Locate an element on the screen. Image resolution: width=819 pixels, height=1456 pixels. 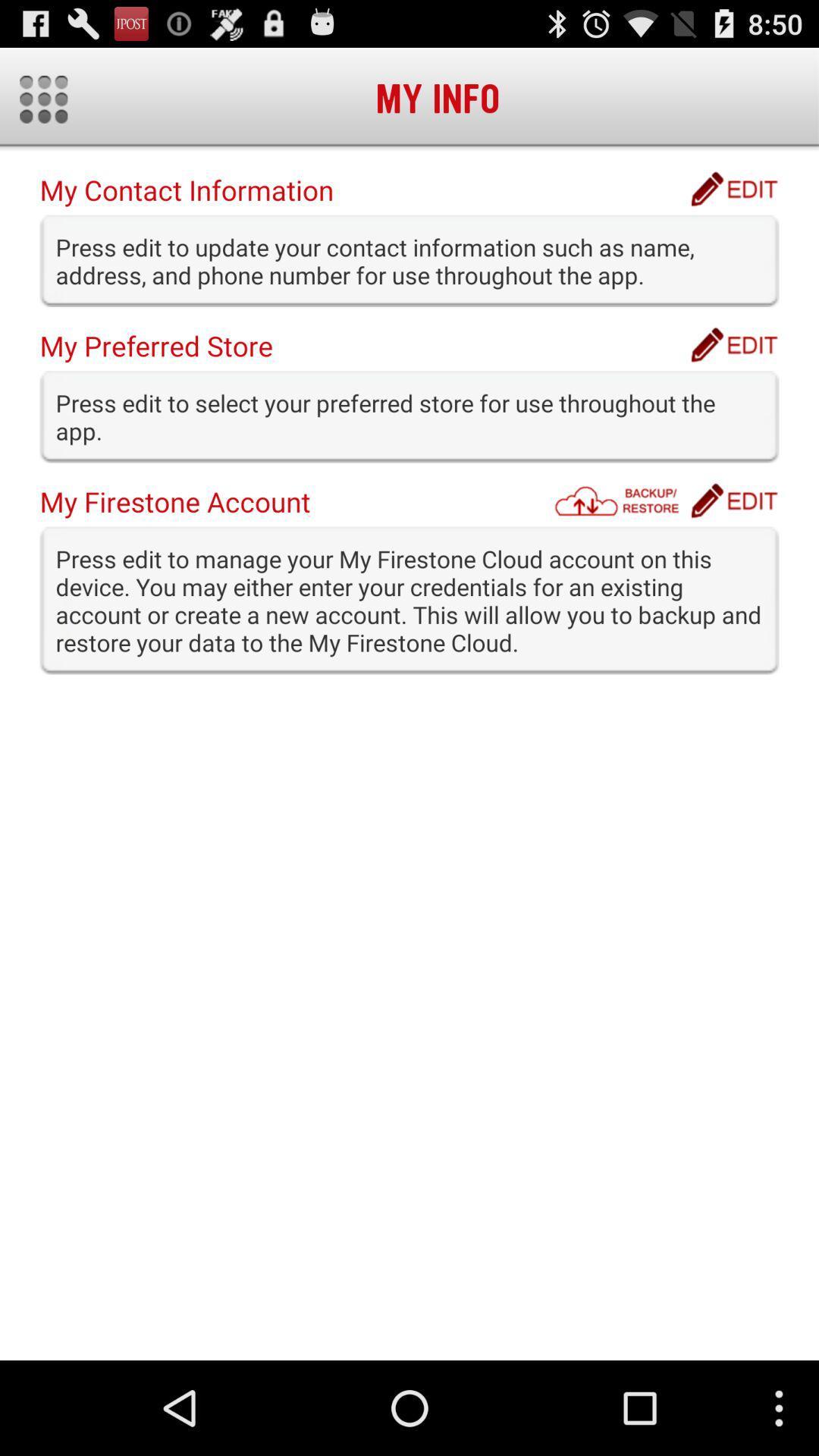
the item to the right of the my firestone account item is located at coordinates (621, 500).